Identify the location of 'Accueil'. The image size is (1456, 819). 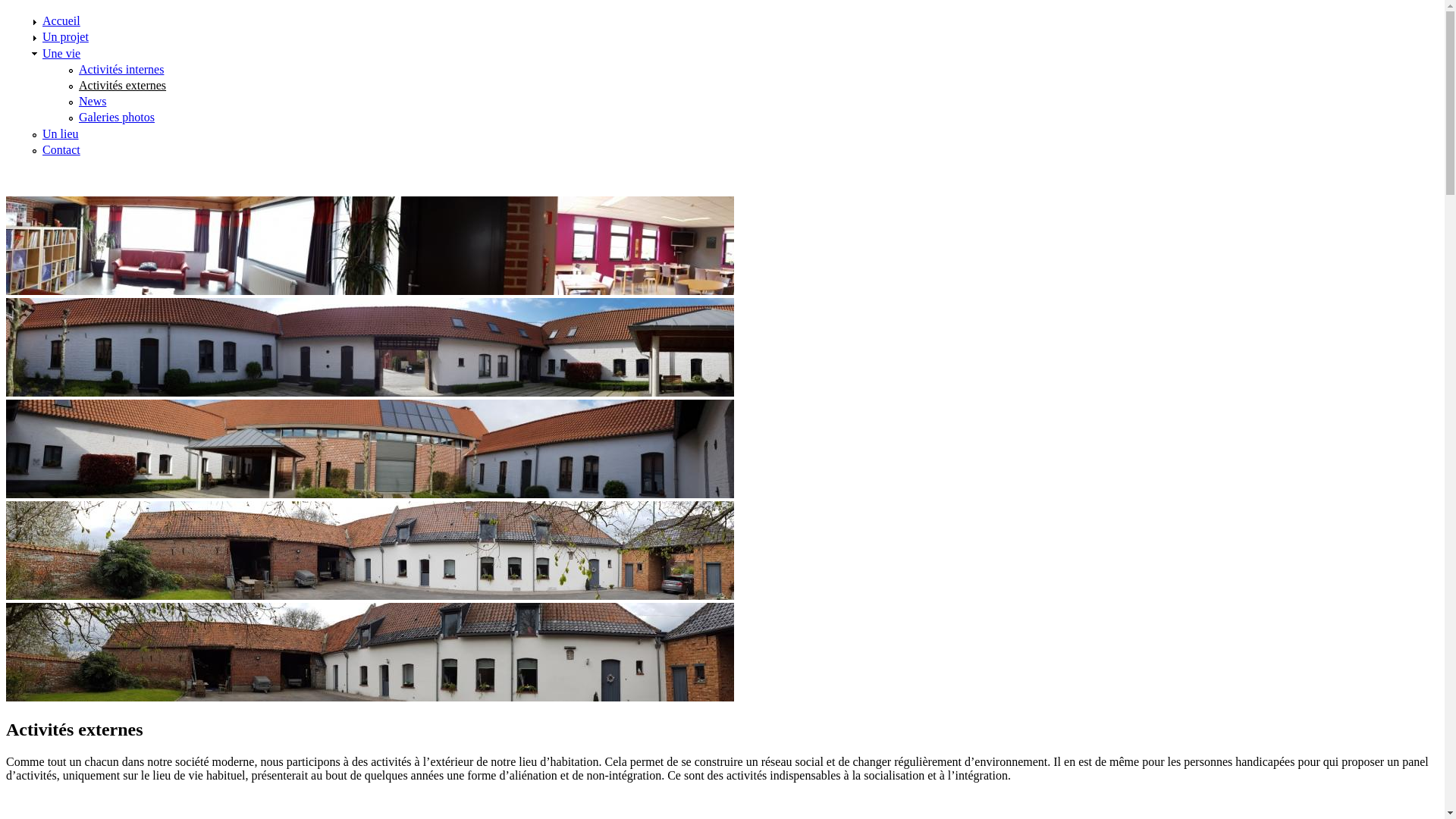
(61, 20).